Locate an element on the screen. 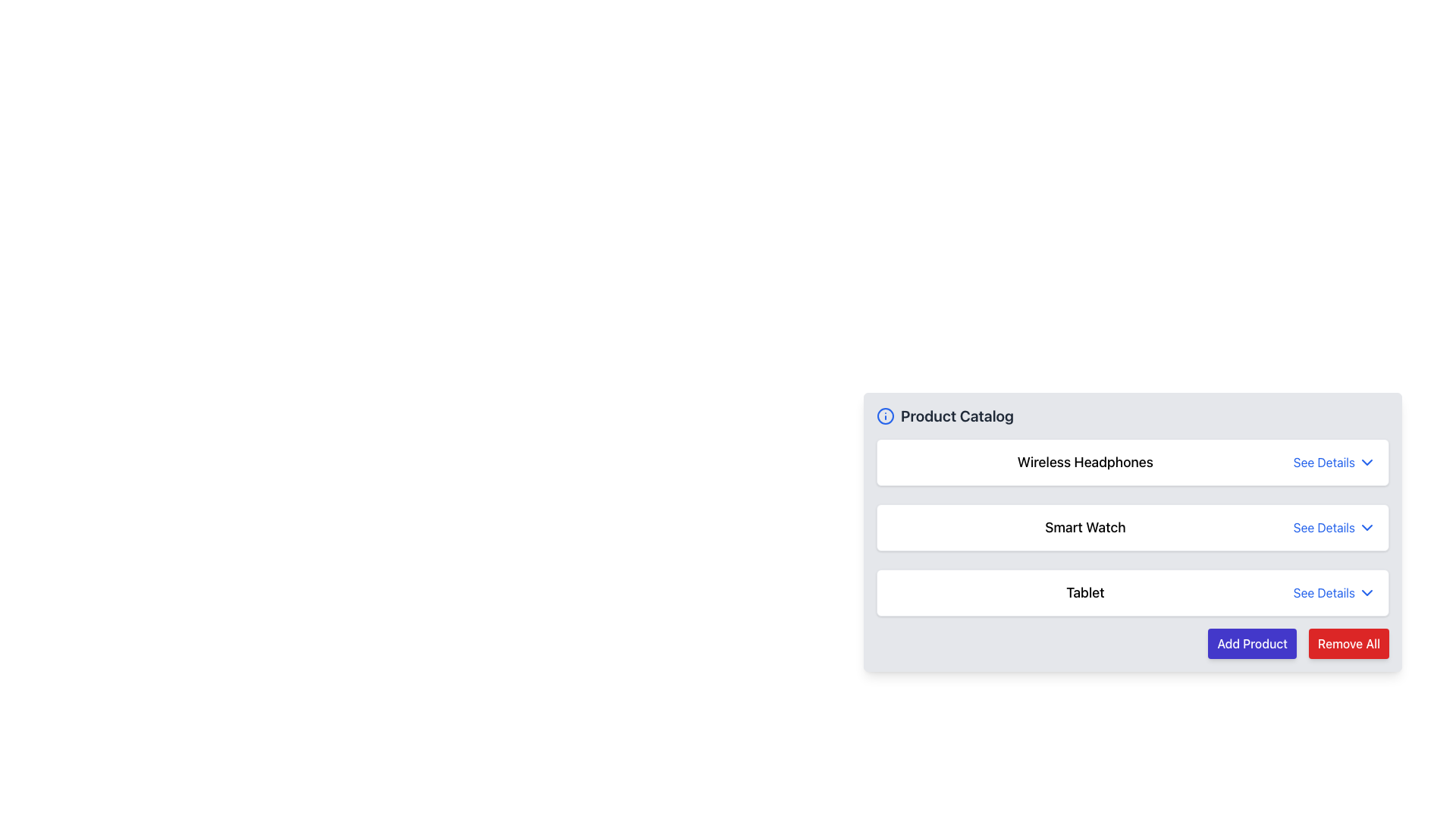 The image size is (1456, 819). the downward-pointing chevron icon located to the right of the 'See Details' text in the last row of the product listing table for the 'Tablet' product is located at coordinates (1367, 592).